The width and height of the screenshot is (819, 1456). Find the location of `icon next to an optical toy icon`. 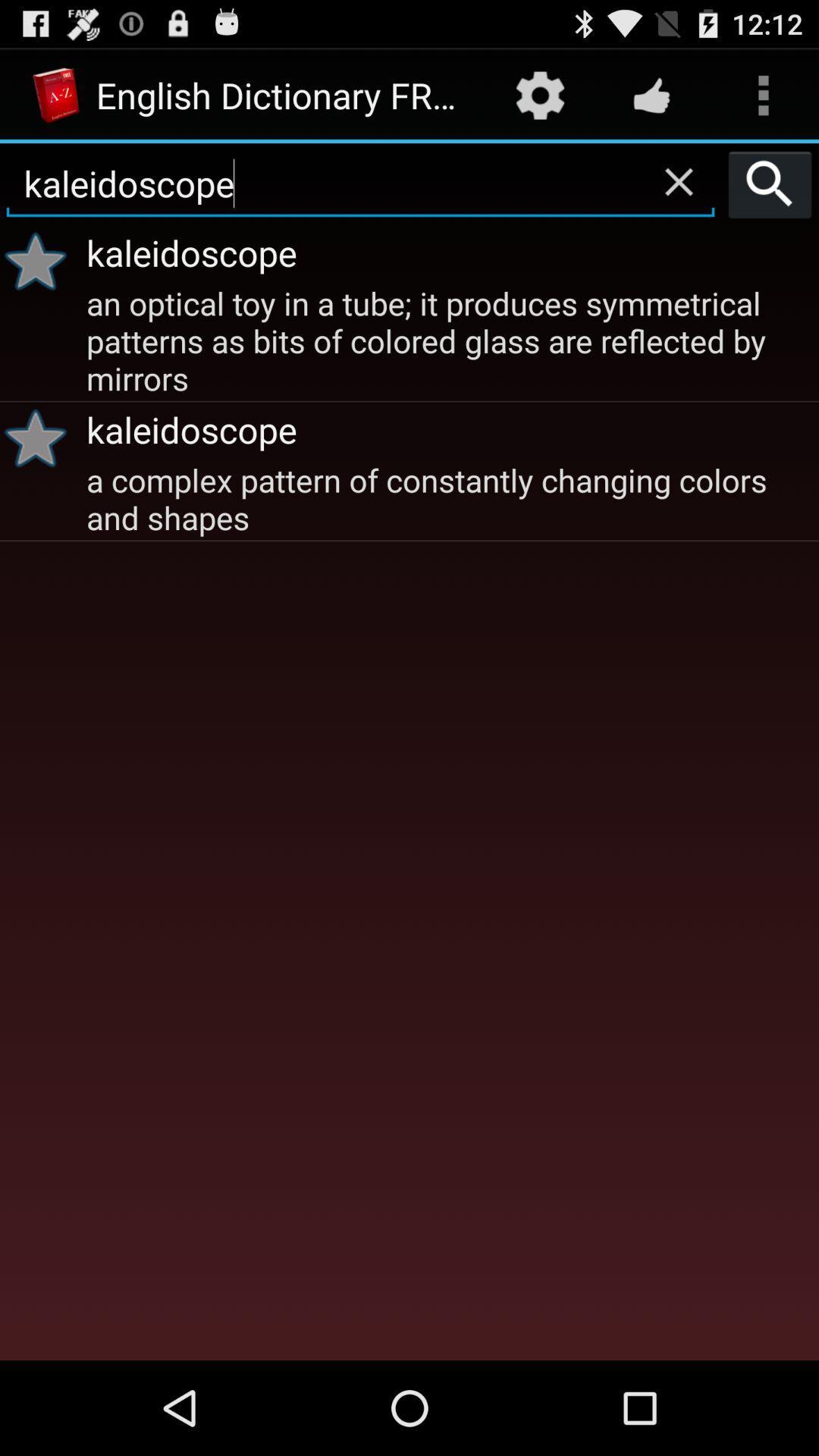

icon next to an optical toy icon is located at coordinates (40, 437).